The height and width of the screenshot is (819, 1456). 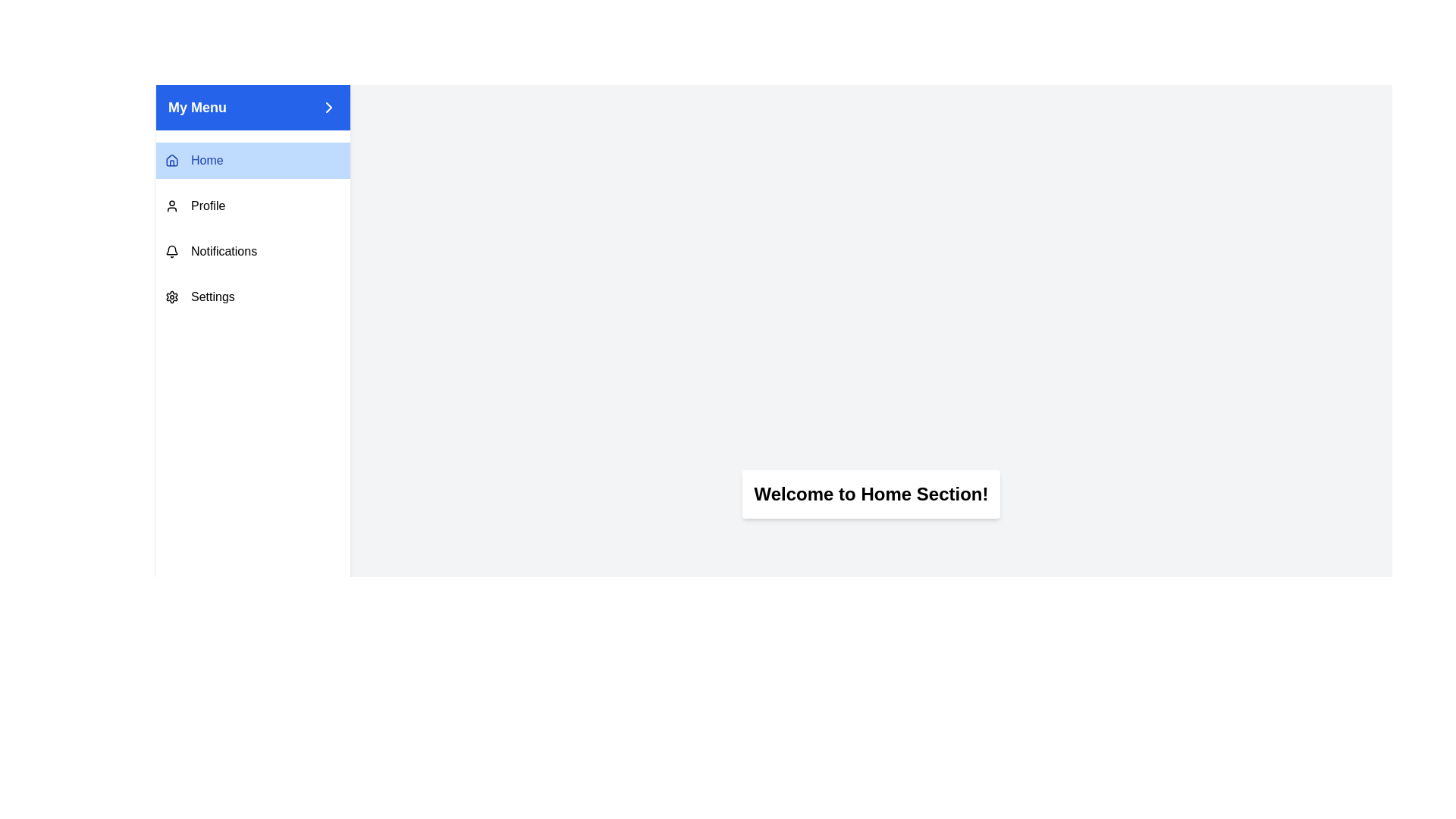 What do you see at coordinates (171, 250) in the screenshot?
I see `the bell icon, which is styled with a minimalistic outline and is positioned next to the 'Notifications' label in the vertical navigation menu` at bounding box center [171, 250].